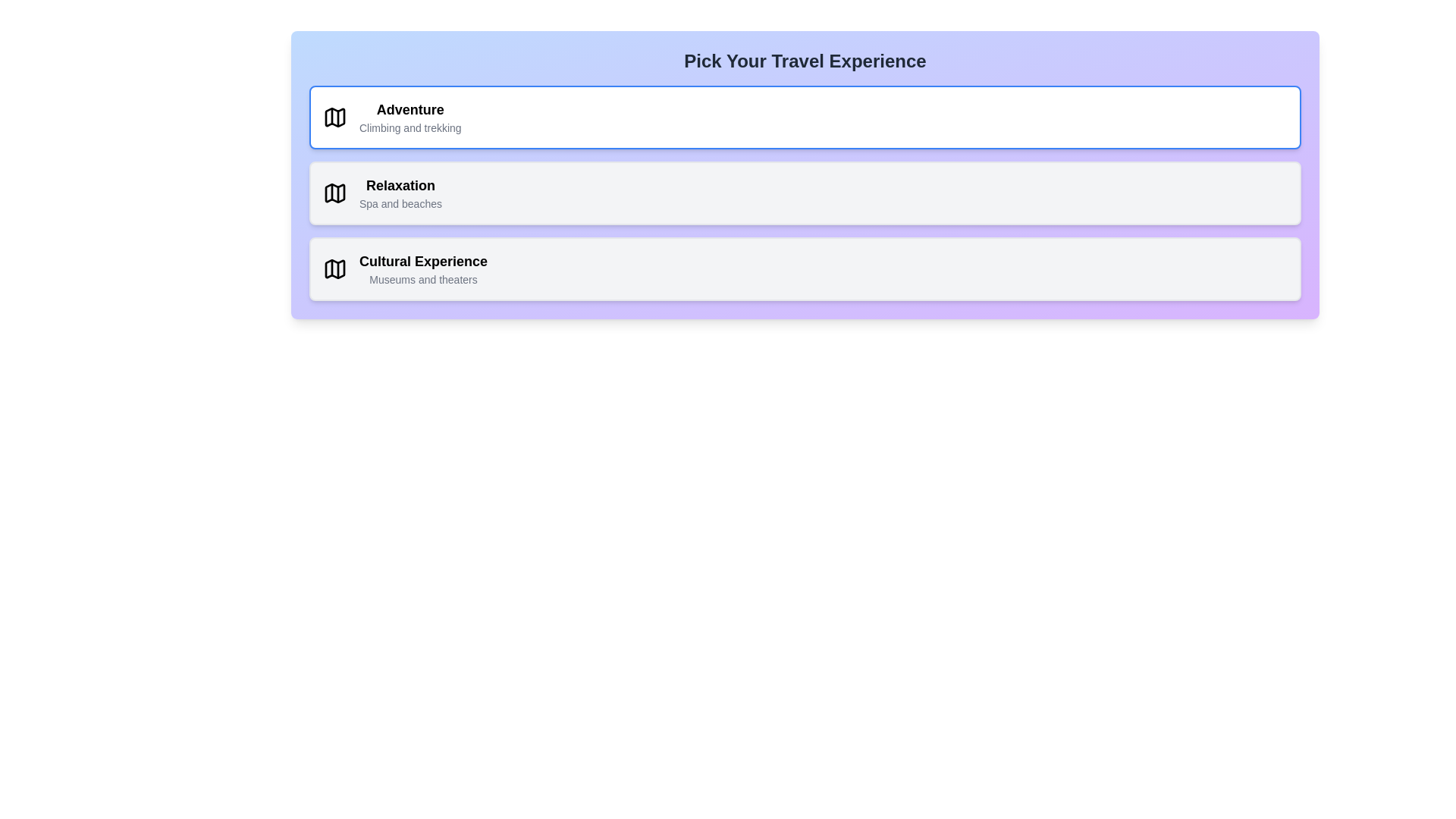  What do you see at coordinates (410, 116) in the screenshot?
I see `the text block containing the title 'Adventure' and subtitle 'Climbing and trekking'` at bounding box center [410, 116].